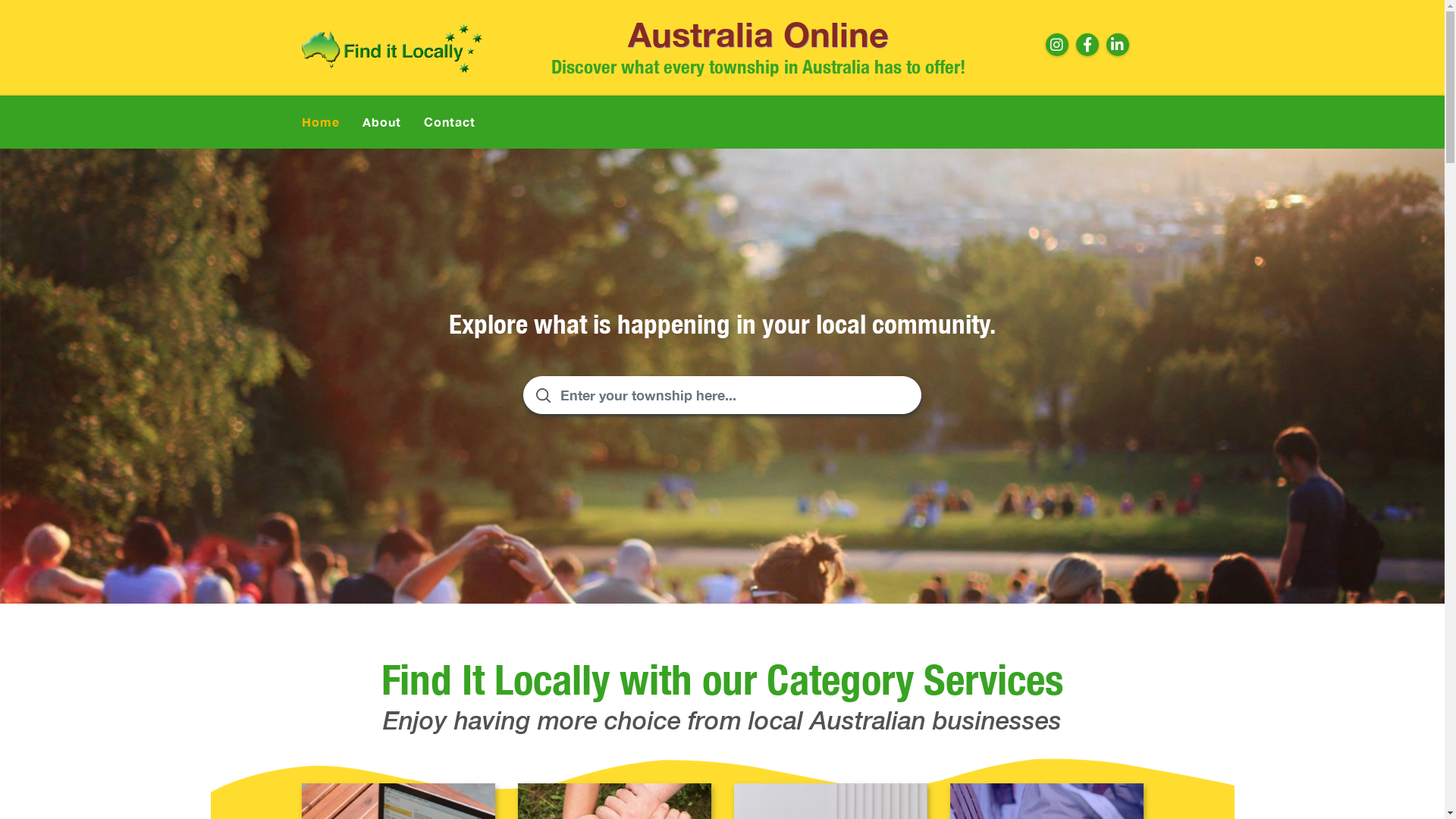 This screenshot has height=819, width=1456. What do you see at coordinates (1056, 43) in the screenshot?
I see `'Instagram'` at bounding box center [1056, 43].